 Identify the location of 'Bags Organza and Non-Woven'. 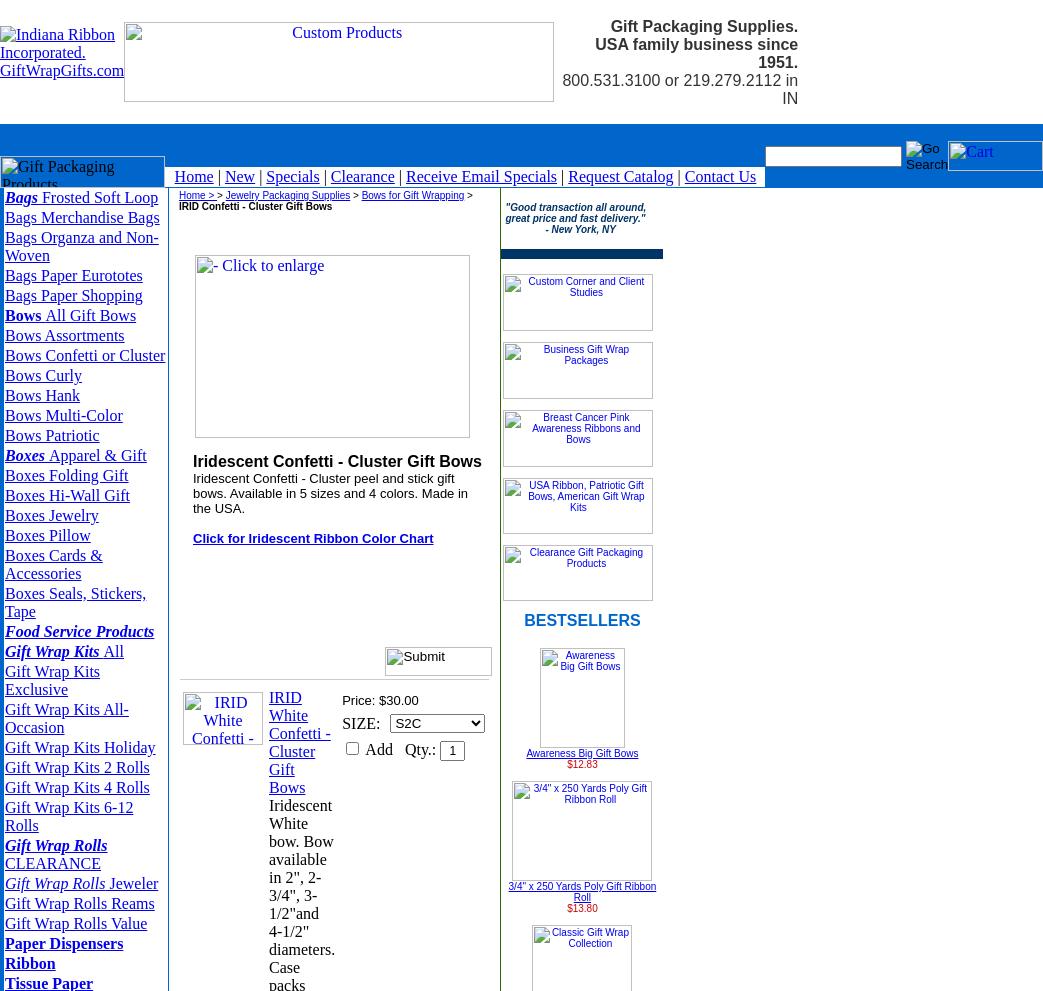
(81, 246).